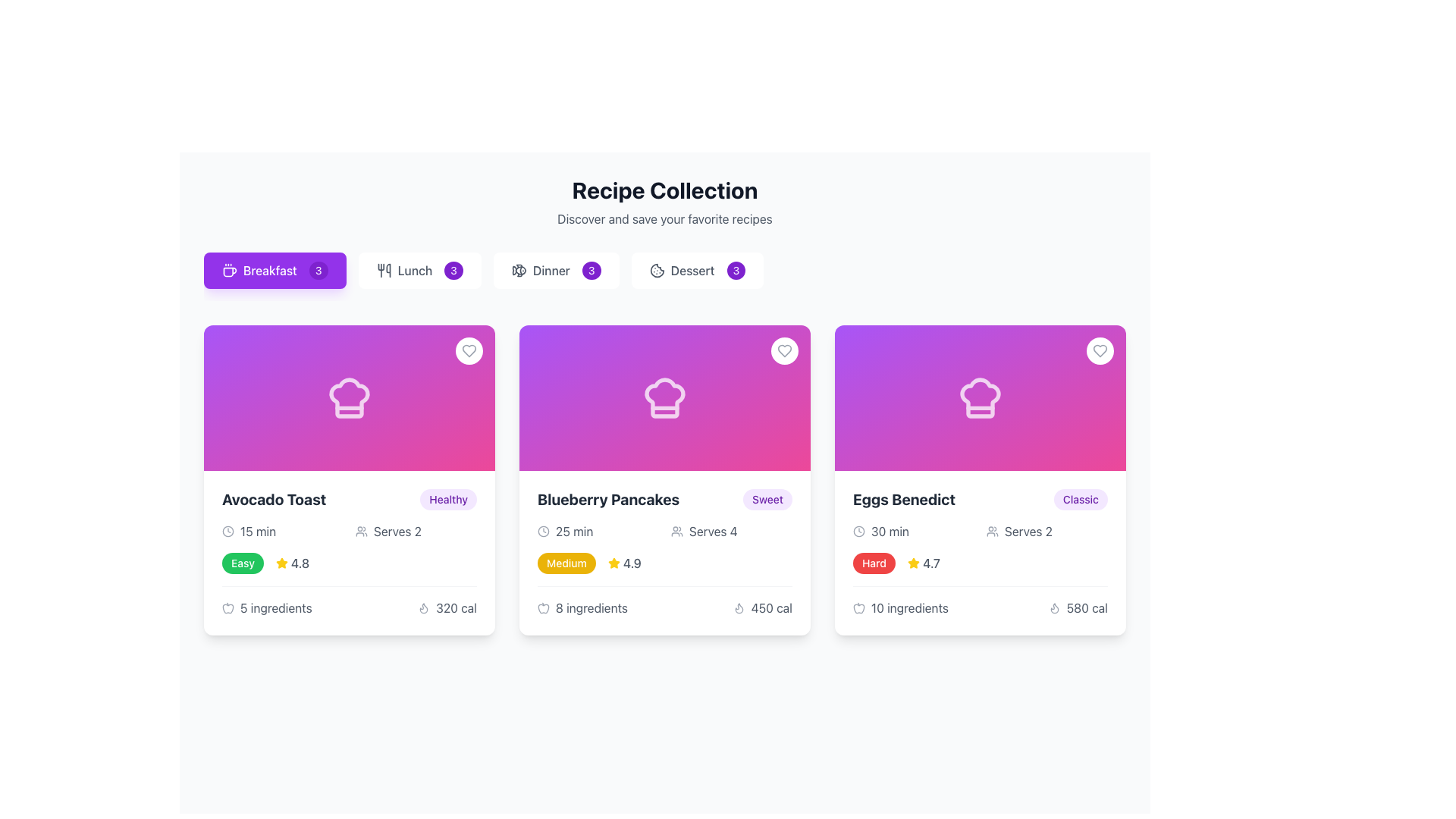 The height and width of the screenshot is (819, 1456). I want to click on the text components "25 min" and "Serves 4" with their associated icons in the card for "Blueberry Pancakes", so click(665, 531).